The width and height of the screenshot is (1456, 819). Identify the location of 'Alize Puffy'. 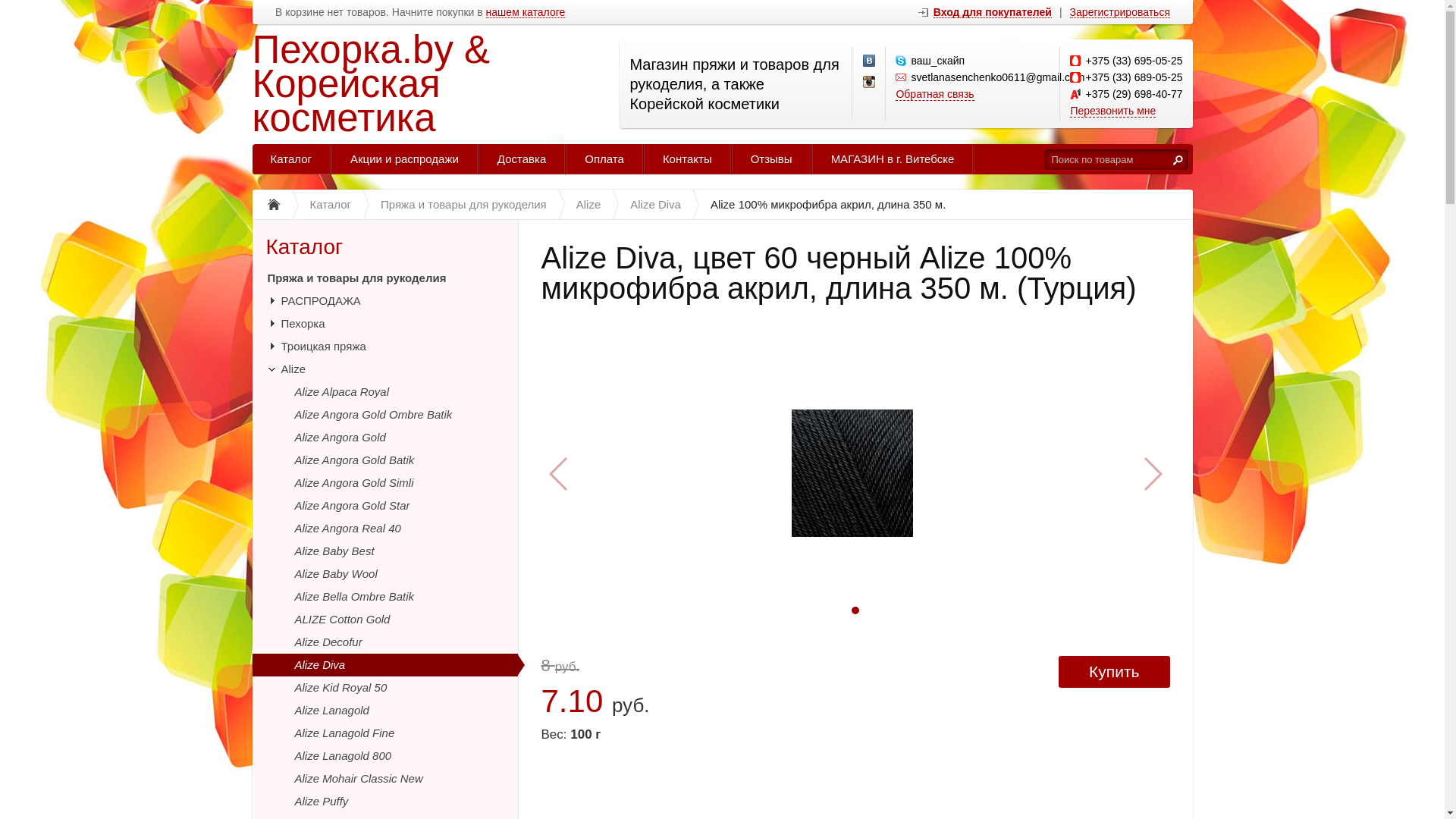
(384, 800).